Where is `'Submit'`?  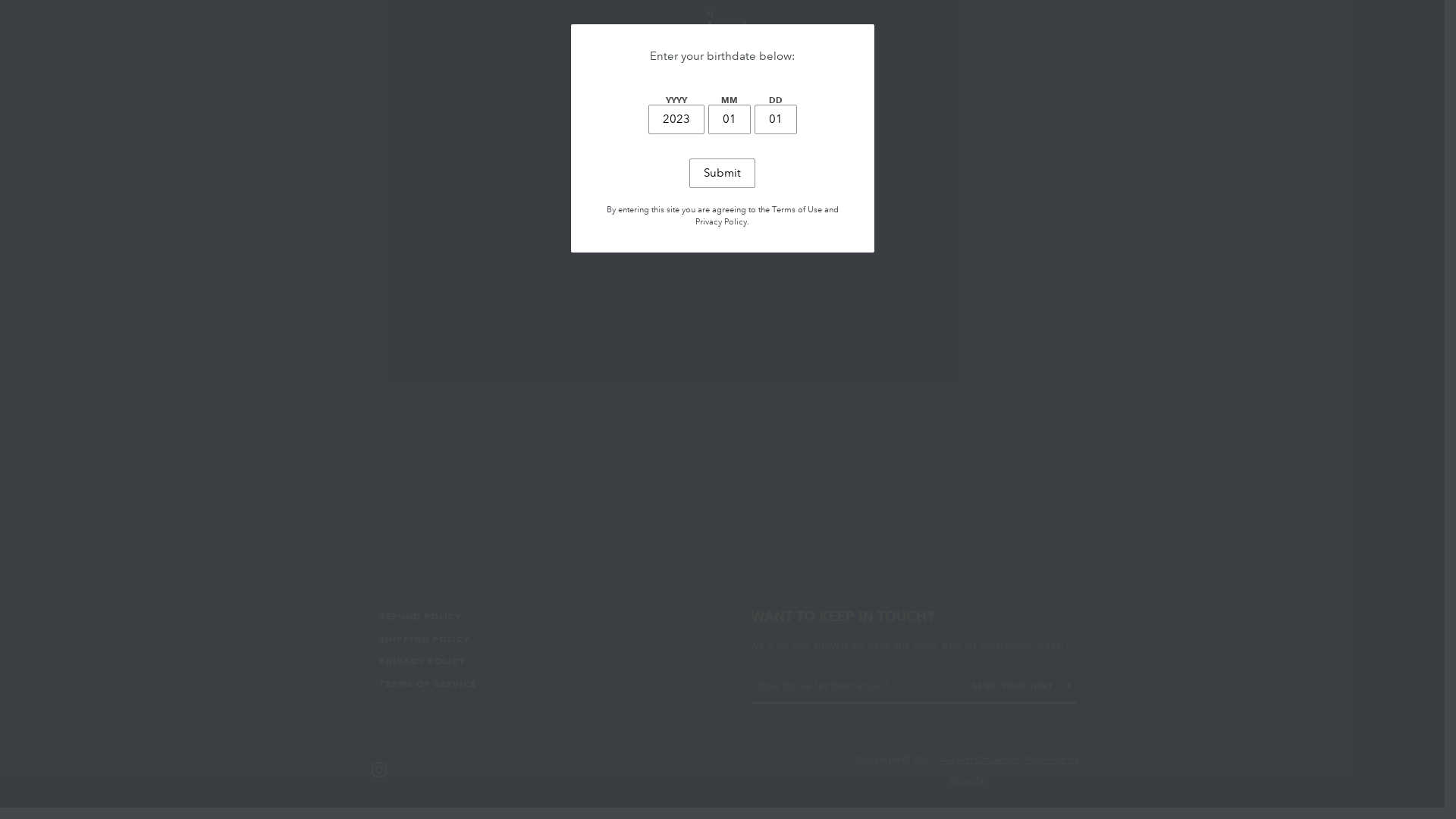 'Submit' is located at coordinates (721, 172).